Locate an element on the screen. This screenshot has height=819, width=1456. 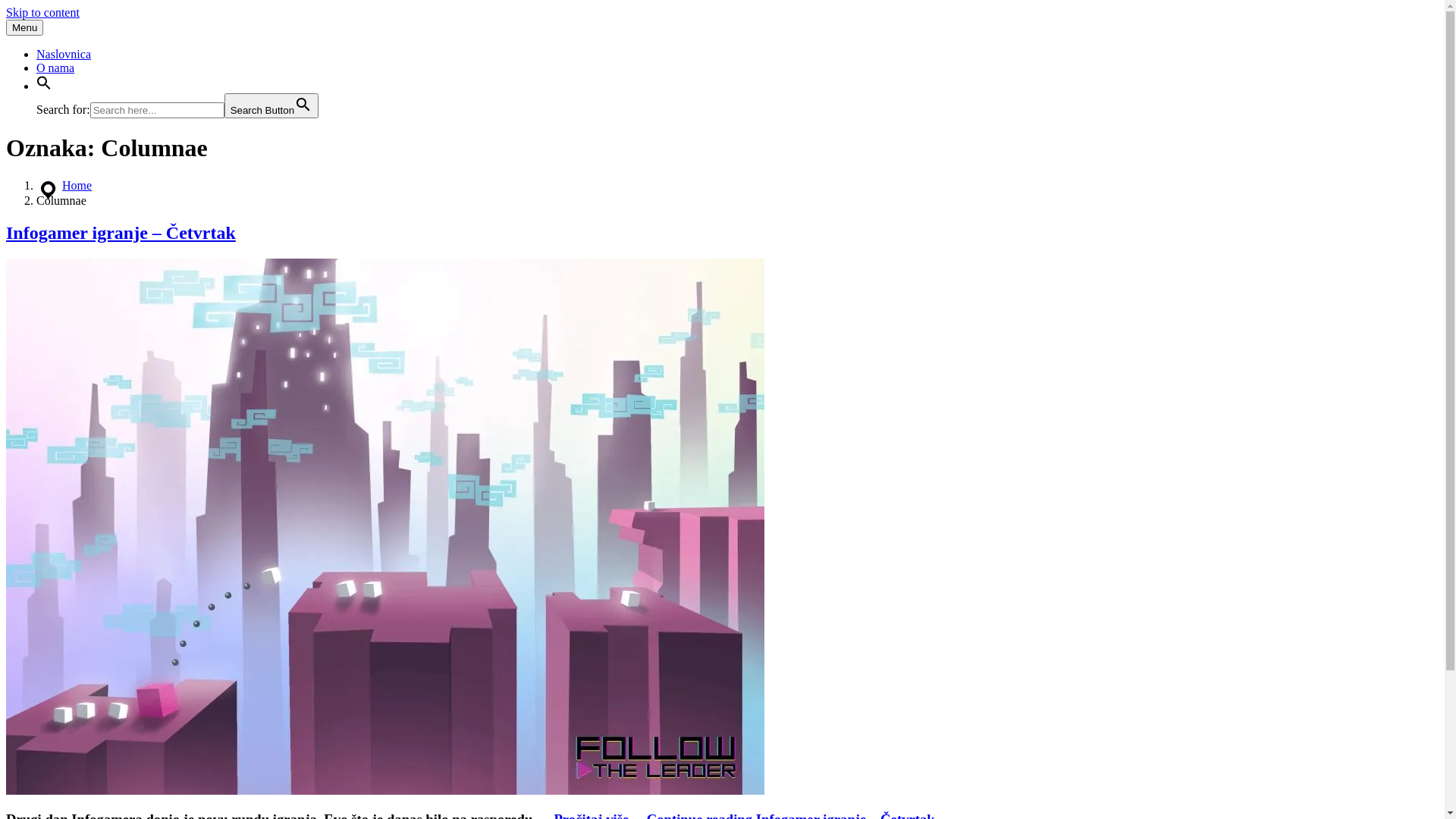
'O nama' is located at coordinates (55, 67).